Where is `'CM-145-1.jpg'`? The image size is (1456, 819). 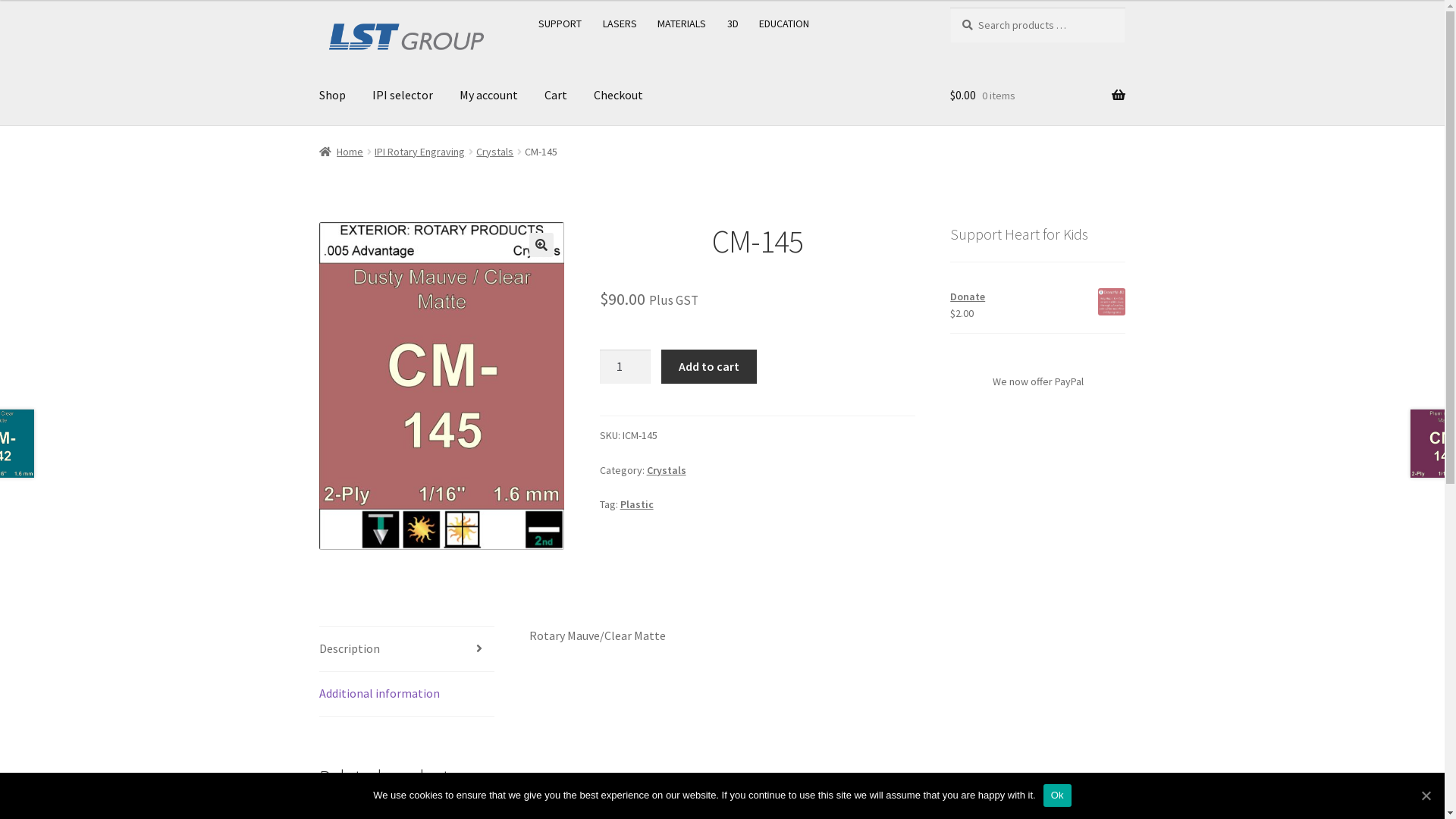
'CM-145-1.jpg' is located at coordinates (441, 385).